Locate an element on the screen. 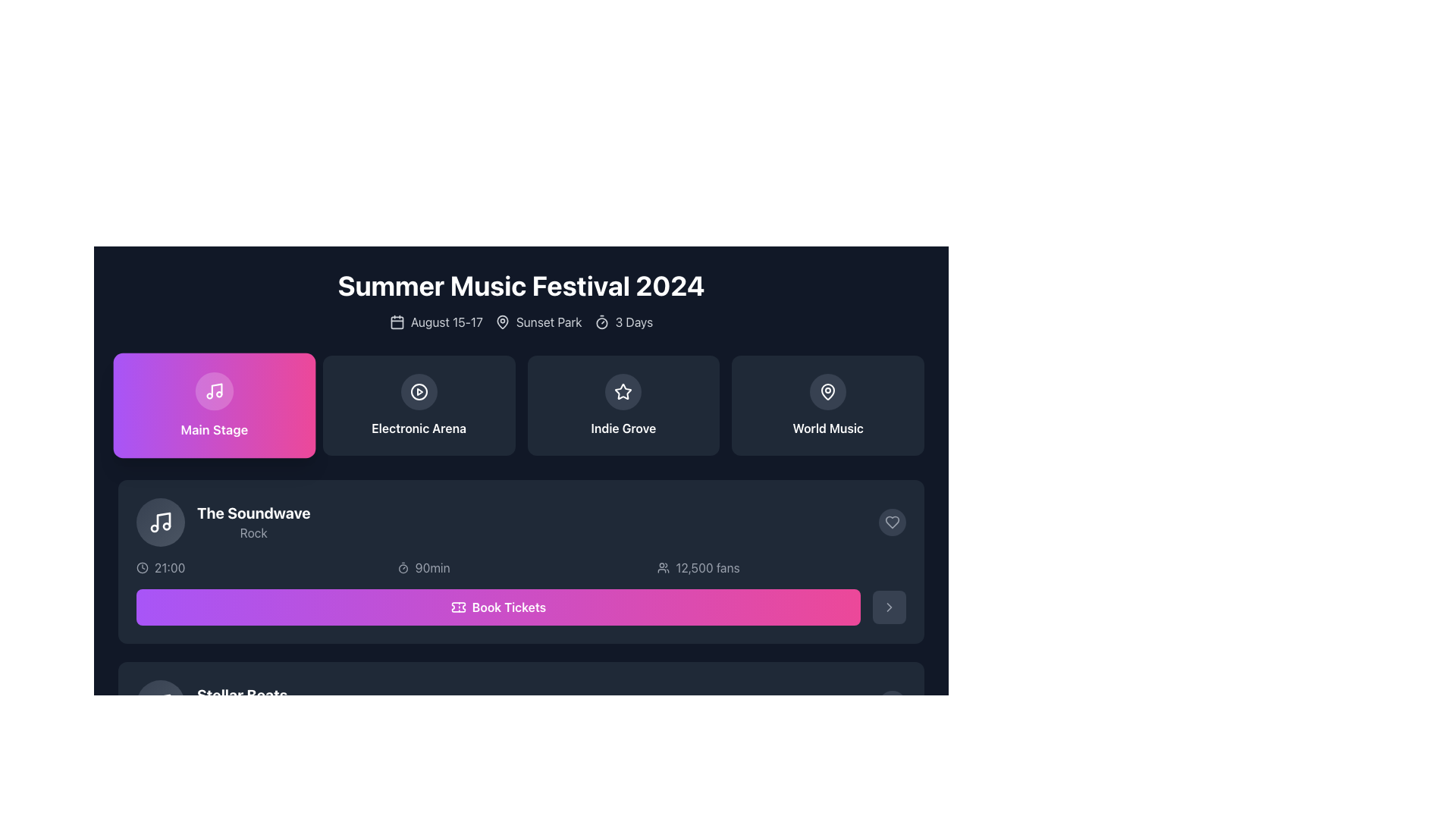 The image size is (1456, 819). the central SVG circle element of the timer icon is located at coordinates (601, 322).